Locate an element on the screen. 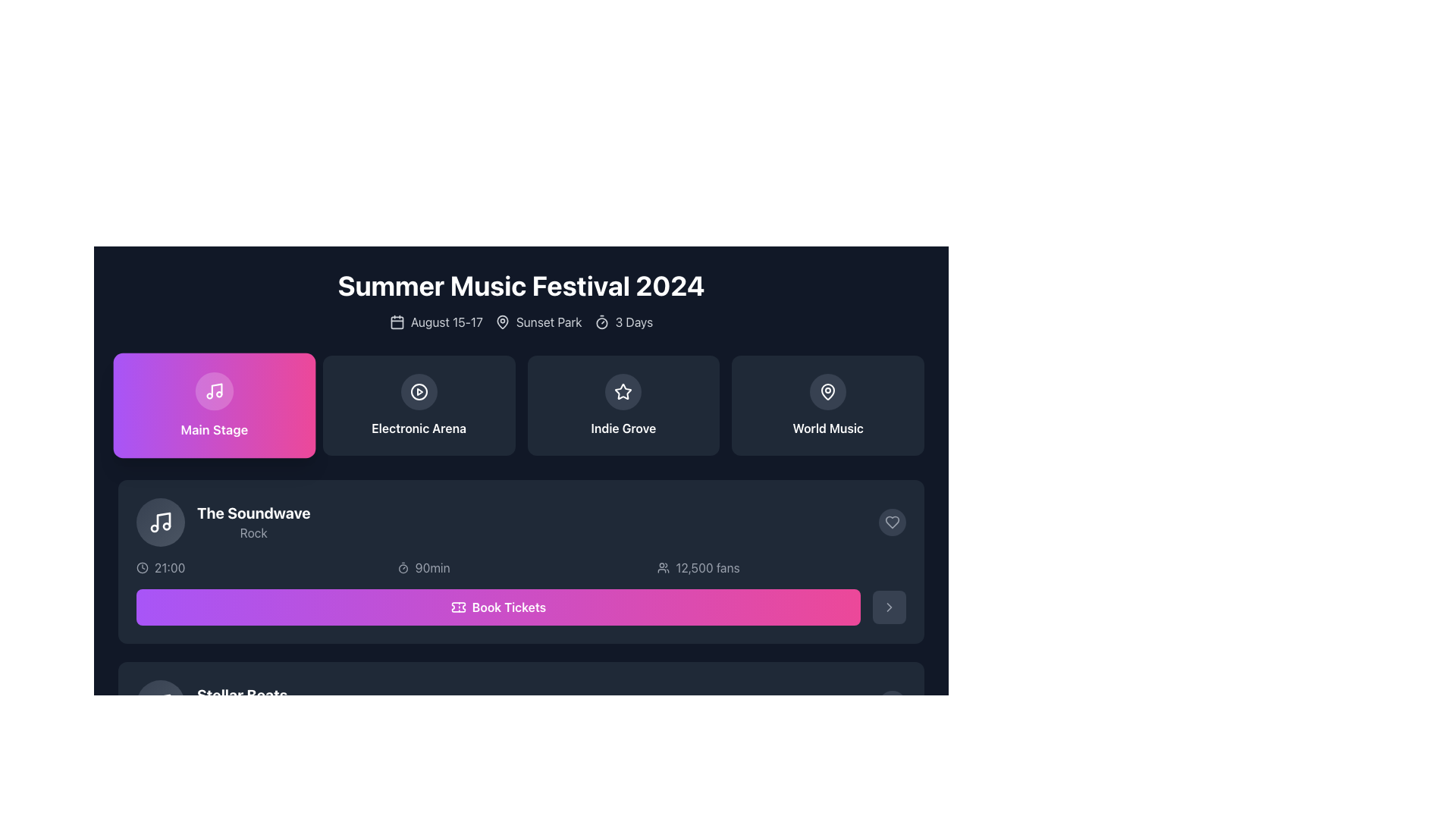 The image size is (1456, 819). the central SVG circle element of the timer icon is located at coordinates (601, 322).